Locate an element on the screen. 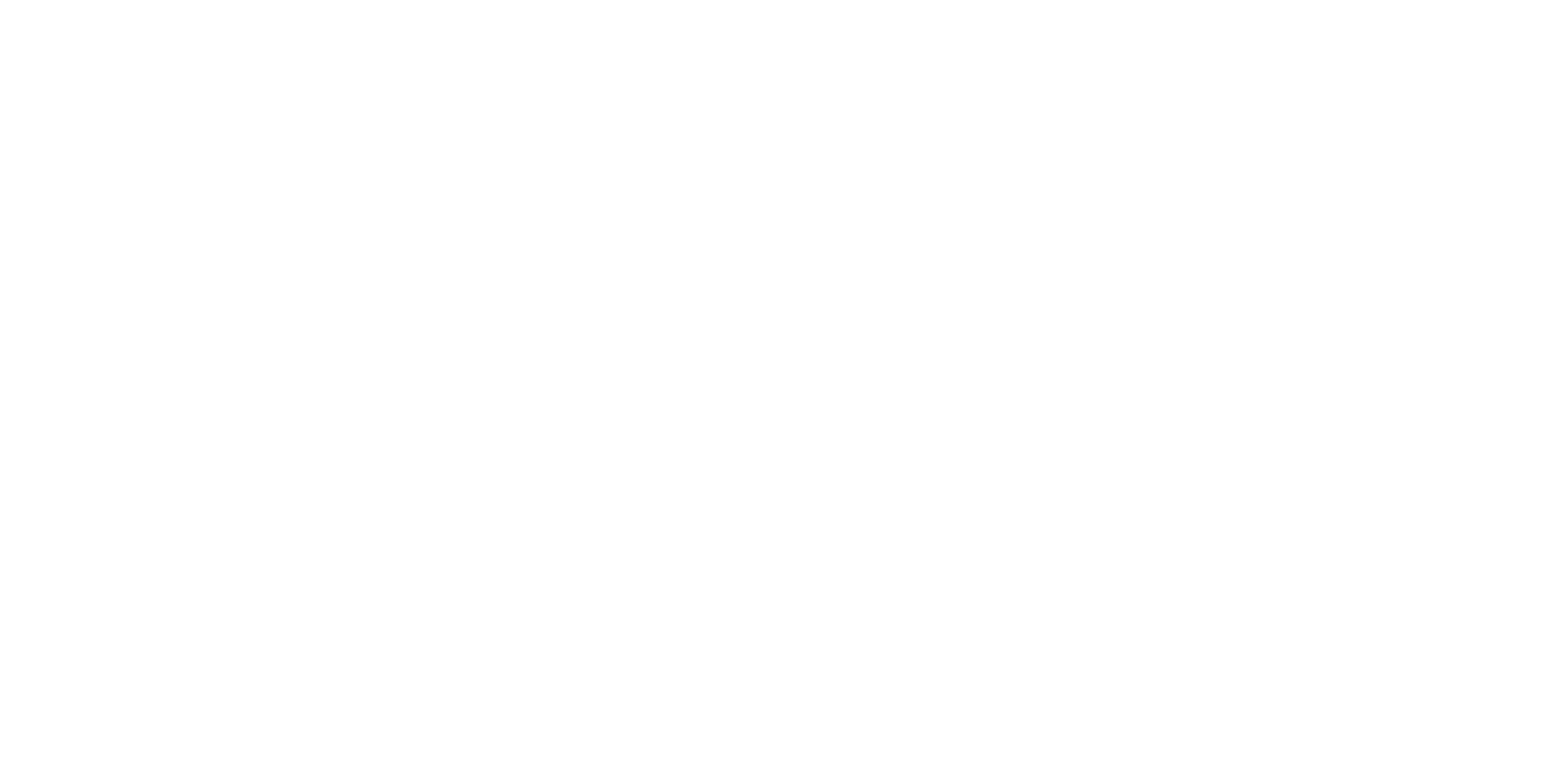 The width and height of the screenshot is (1547, 784). 'Phase Technology' is located at coordinates (485, 143).